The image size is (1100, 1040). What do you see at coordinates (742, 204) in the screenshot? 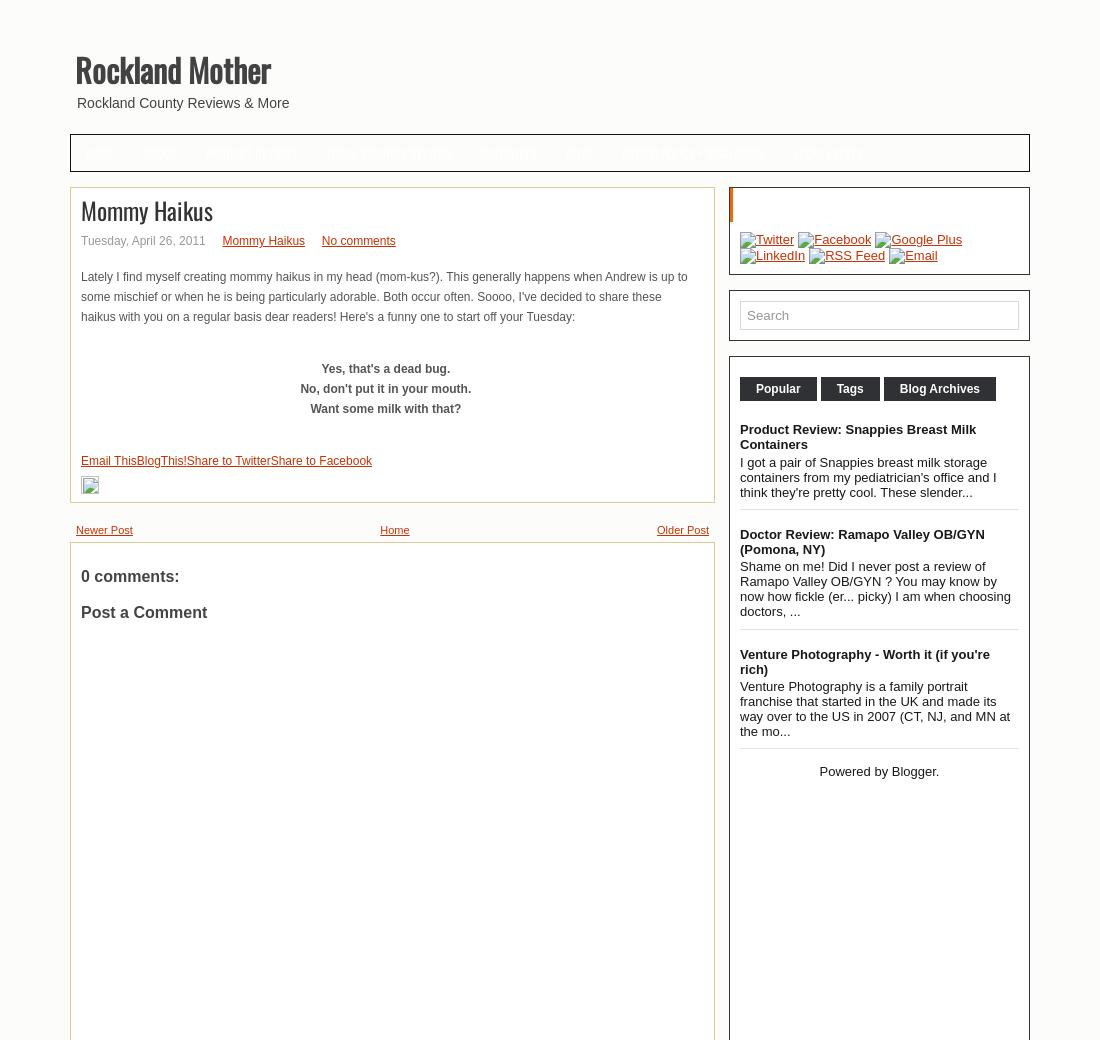
I see `'Social Profiles'` at bounding box center [742, 204].